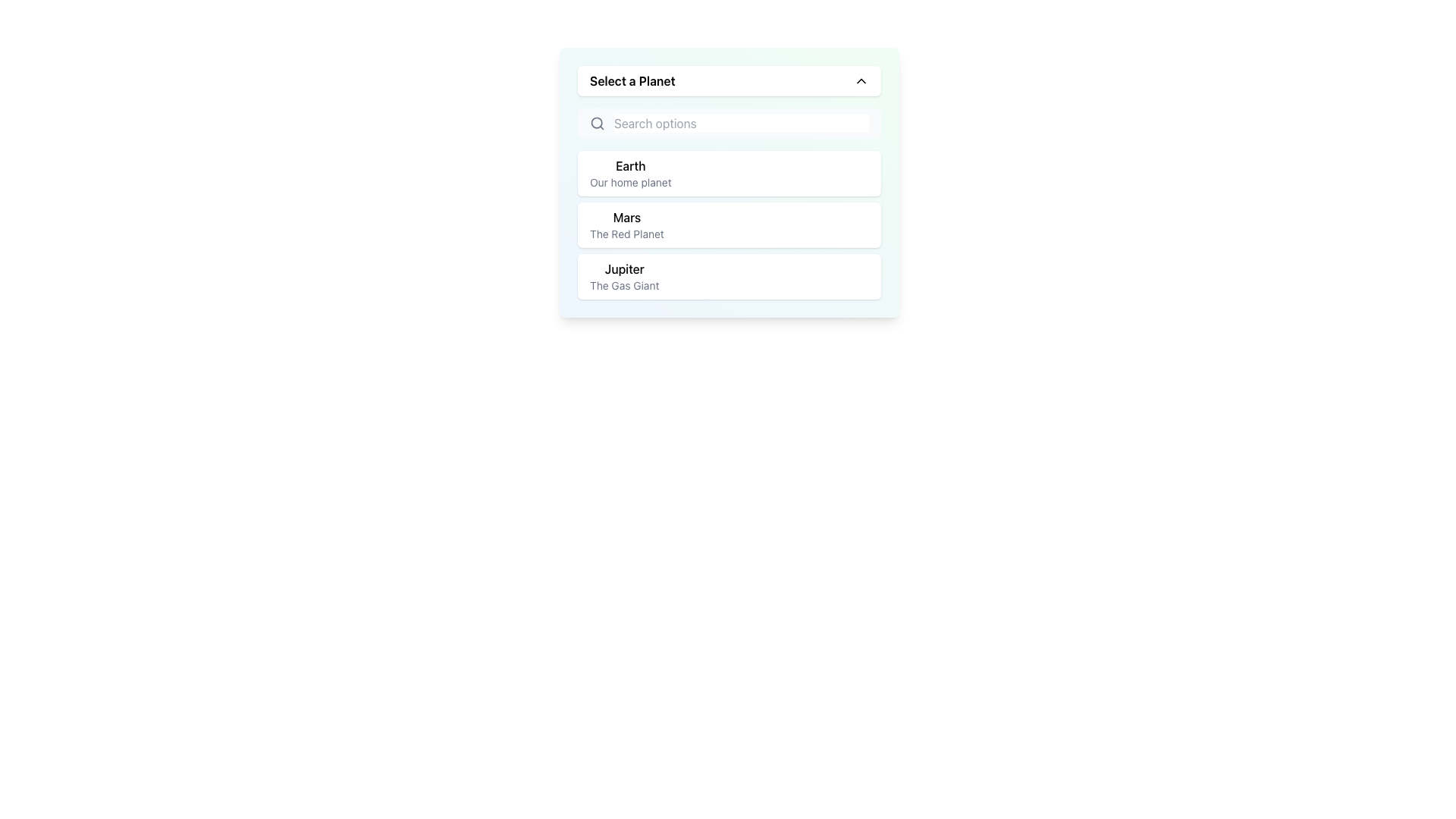 The width and height of the screenshot is (1456, 819). What do you see at coordinates (630, 181) in the screenshot?
I see `the Text Label that provides a descriptive subtitle for the main list item 'Earth' in the dropdown menu` at bounding box center [630, 181].